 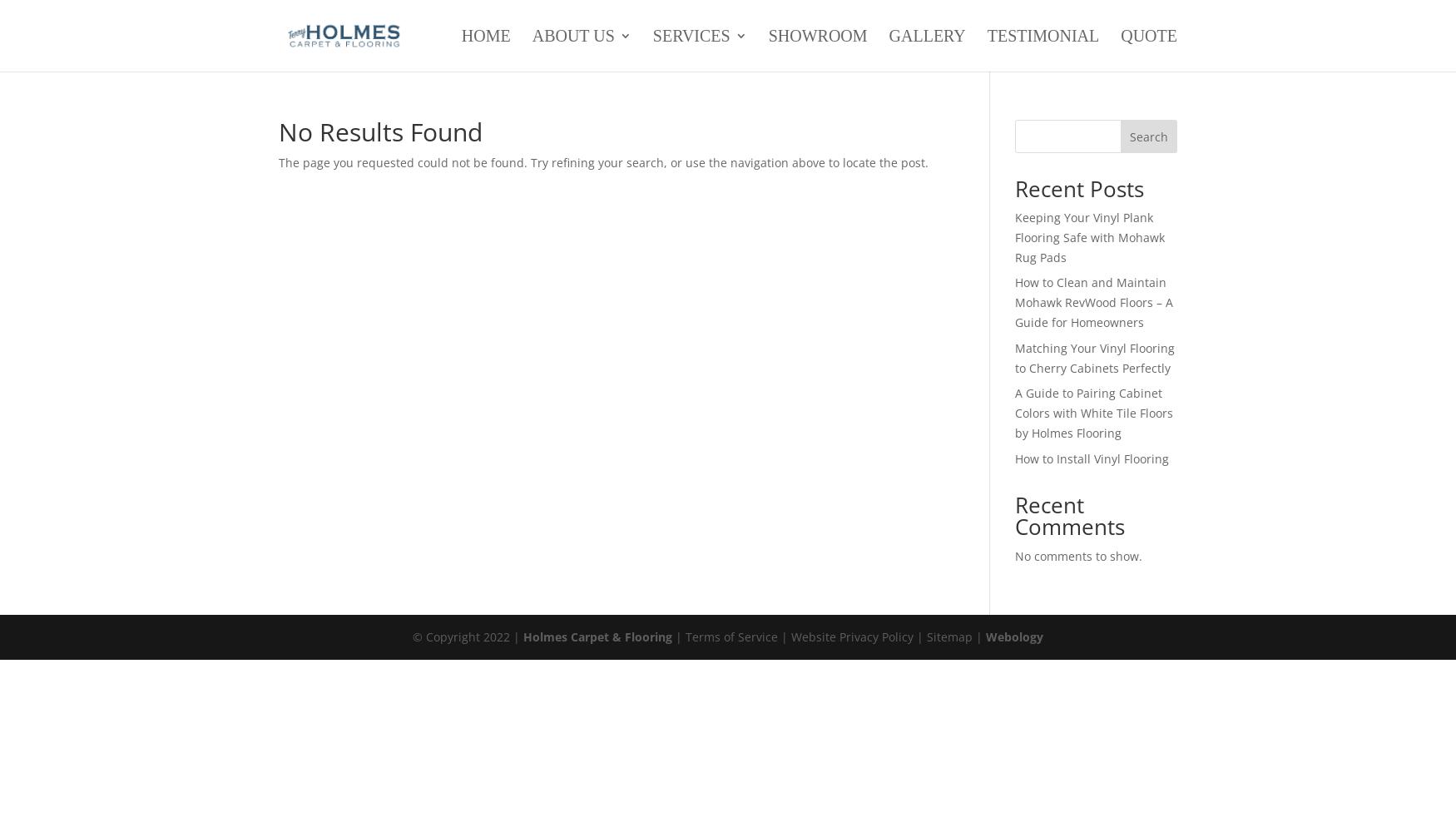 What do you see at coordinates (597, 636) in the screenshot?
I see `'Holmes Carpet & Flooring'` at bounding box center [597, 636].